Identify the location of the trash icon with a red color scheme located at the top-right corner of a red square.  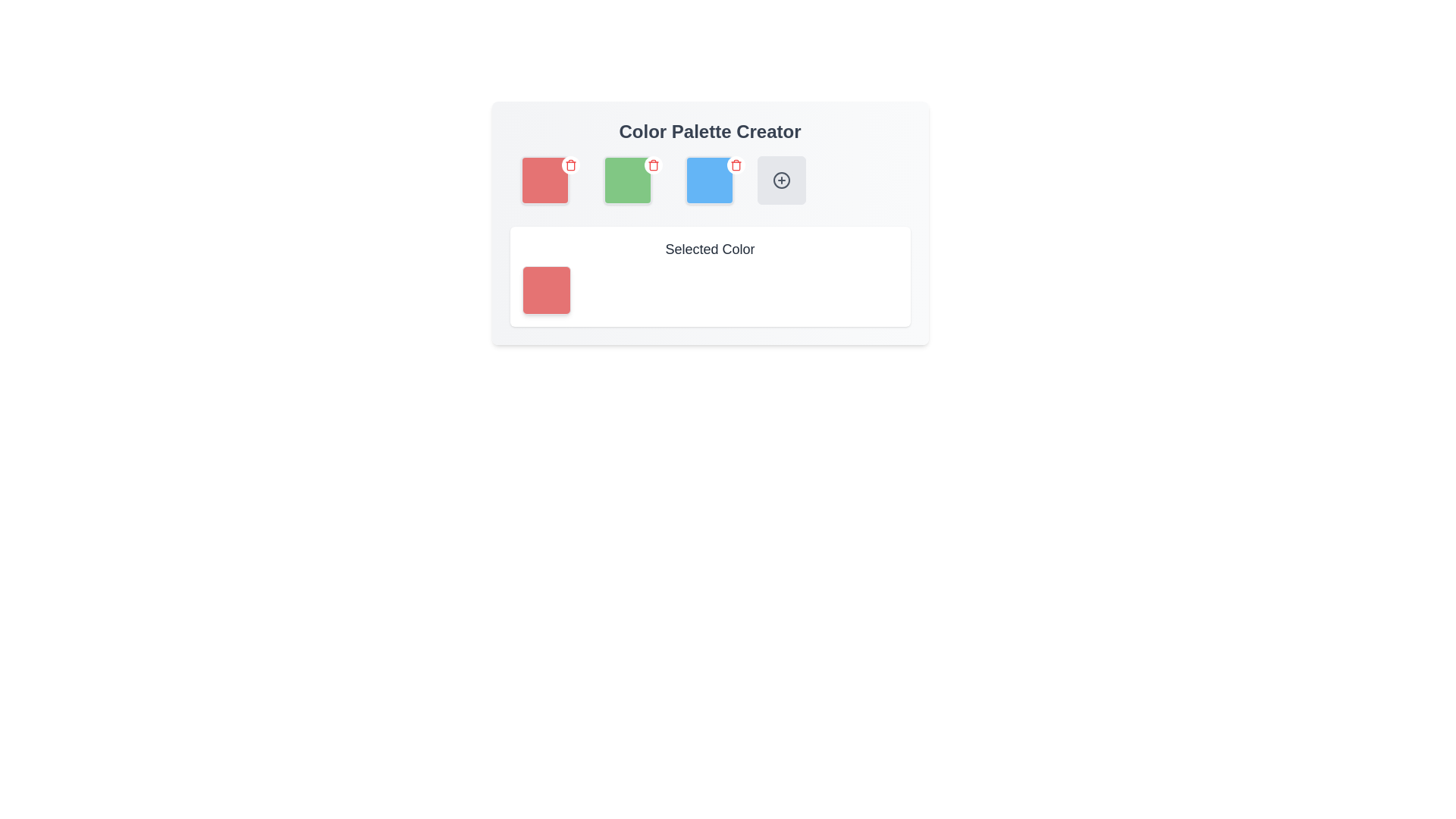
(570, 165).